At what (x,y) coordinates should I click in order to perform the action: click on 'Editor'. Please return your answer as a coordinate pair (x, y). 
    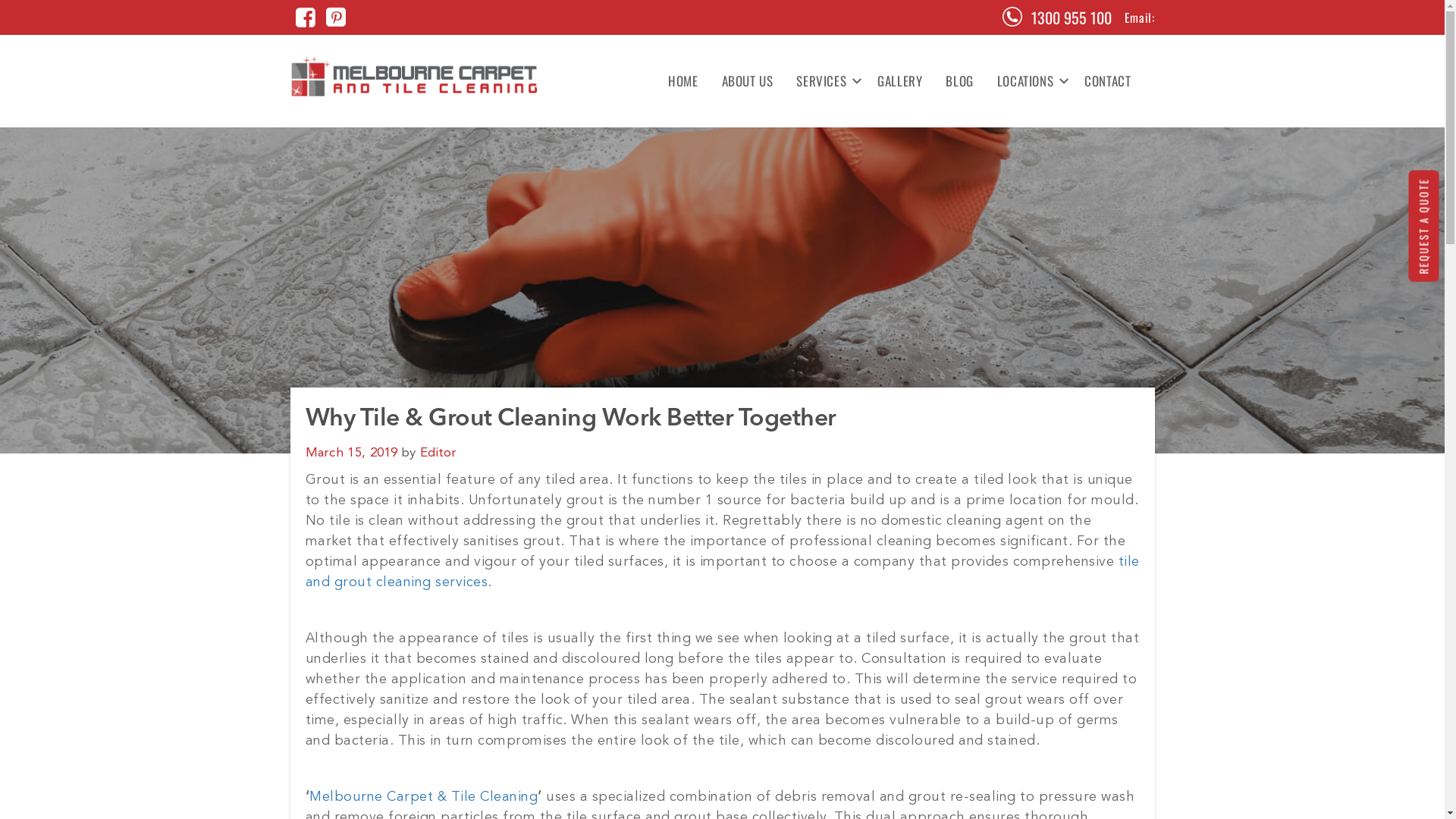
    Looking at the image, I should click on (438, 452).